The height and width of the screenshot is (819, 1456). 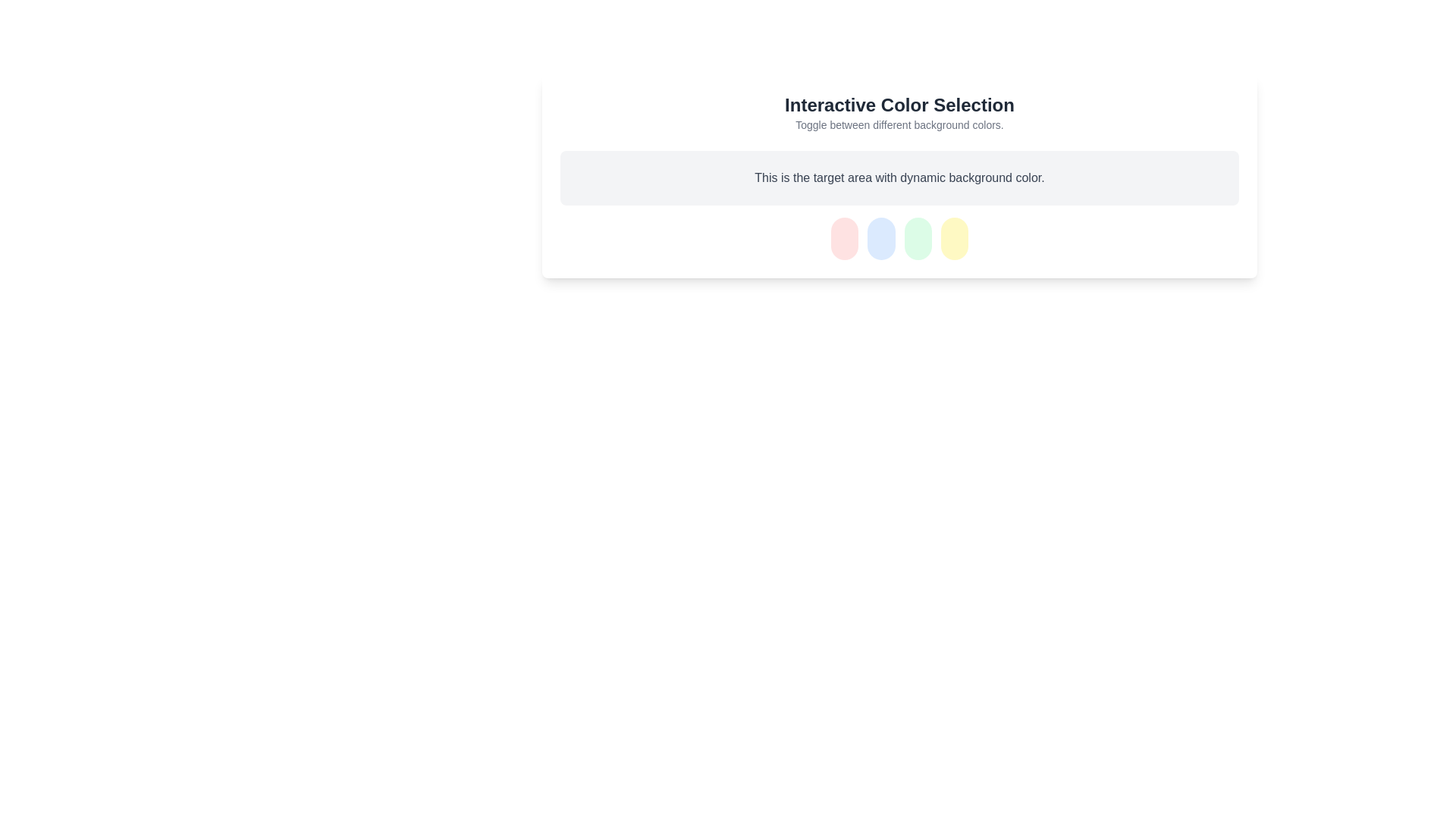 I want to click on the second circular button located between a red button on the left and a green button on the right, so click(x=881, y=239).